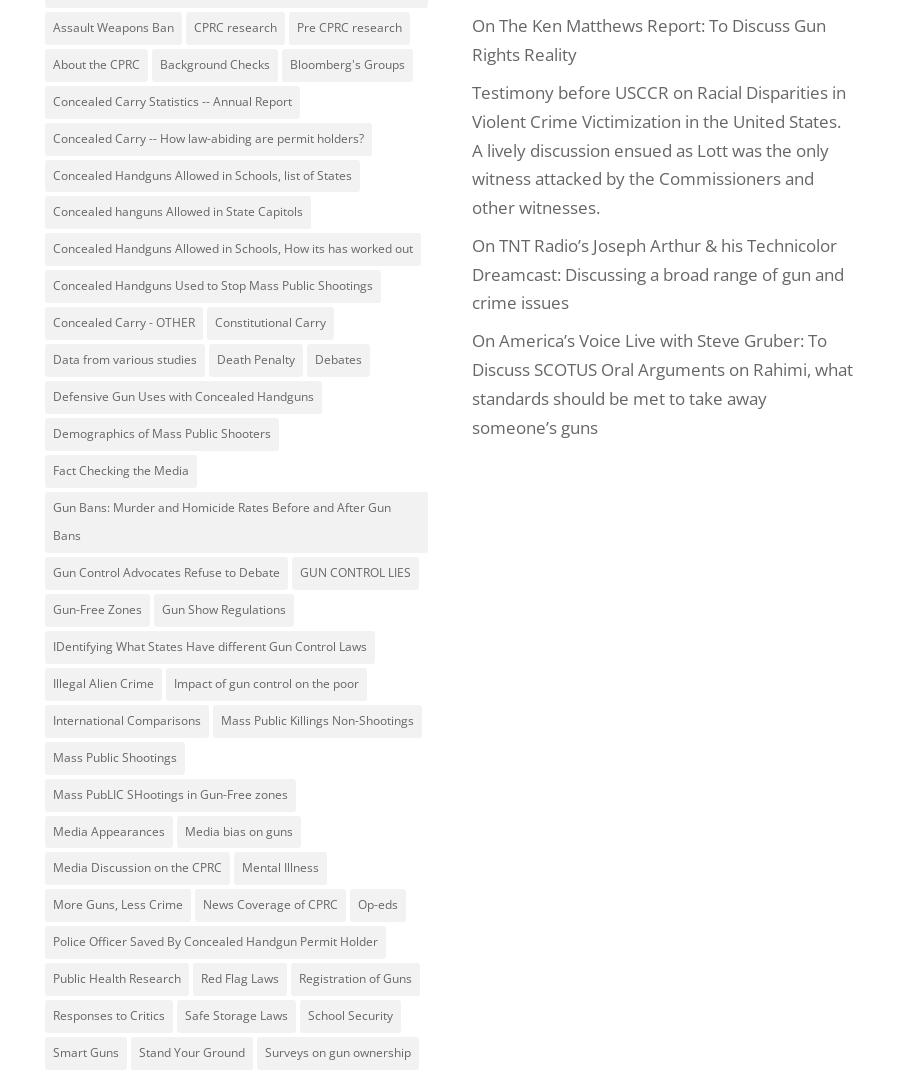  I want to click on 'Gun Show Regulations', so click(224, 608).